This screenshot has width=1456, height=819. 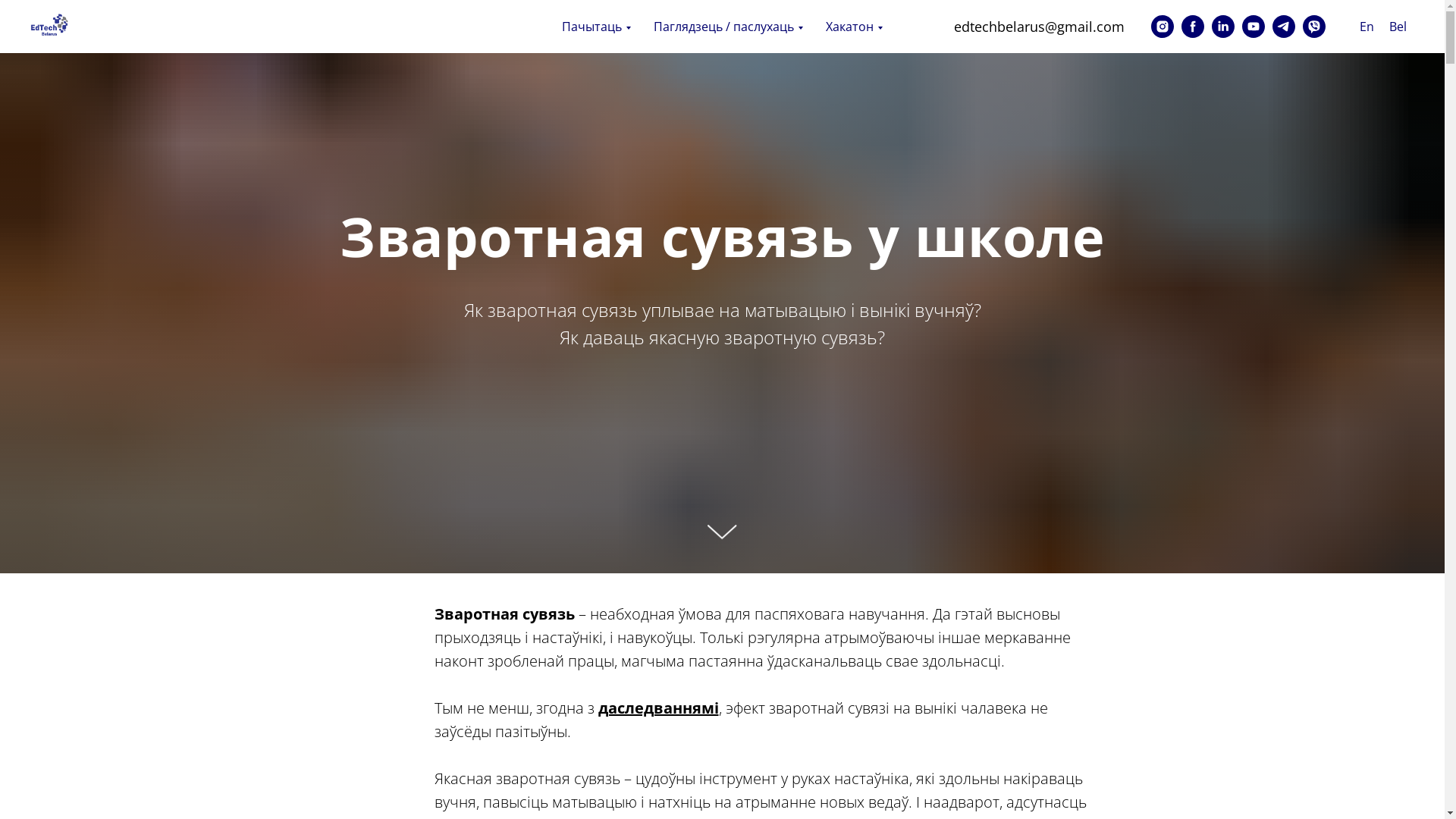 I want to click on 'Bel', so click(x=1397, y=26).